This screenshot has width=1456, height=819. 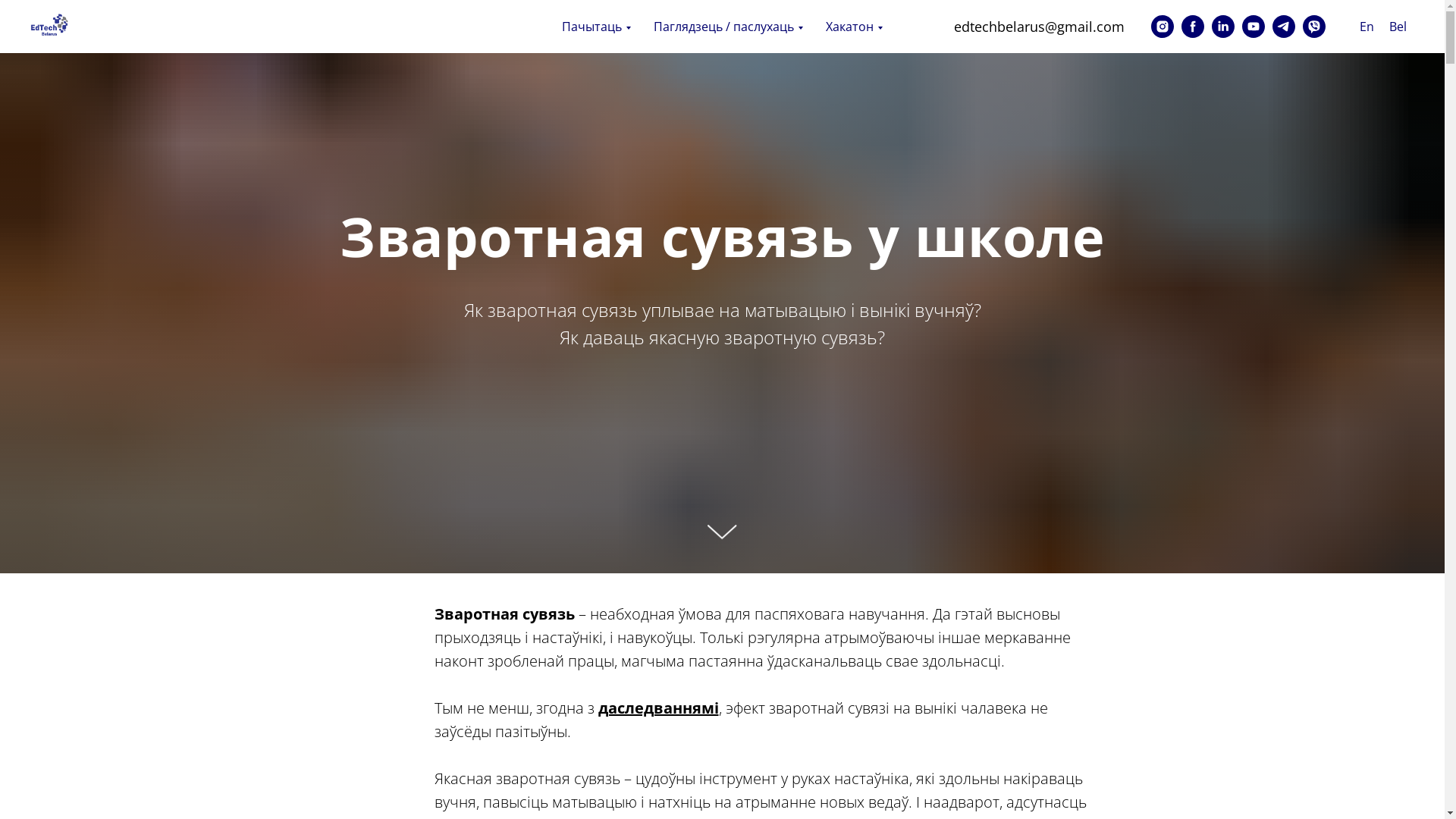 I want to click on 'Bel', so click(x=1397, y=26).